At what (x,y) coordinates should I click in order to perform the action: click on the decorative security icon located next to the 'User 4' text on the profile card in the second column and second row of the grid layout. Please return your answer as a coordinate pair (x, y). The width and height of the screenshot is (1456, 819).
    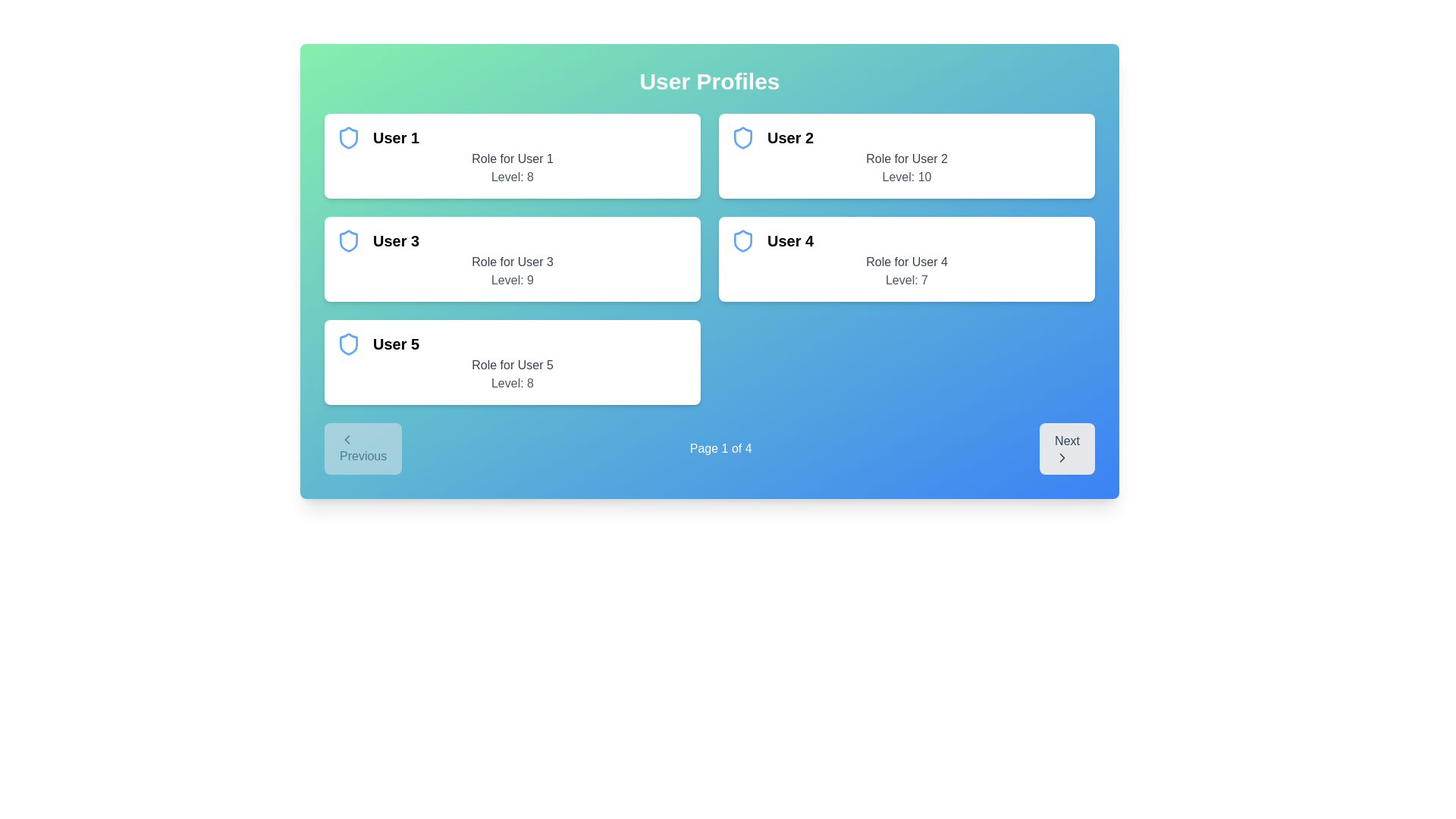
    Looking at the image, I should click on (742, 240).